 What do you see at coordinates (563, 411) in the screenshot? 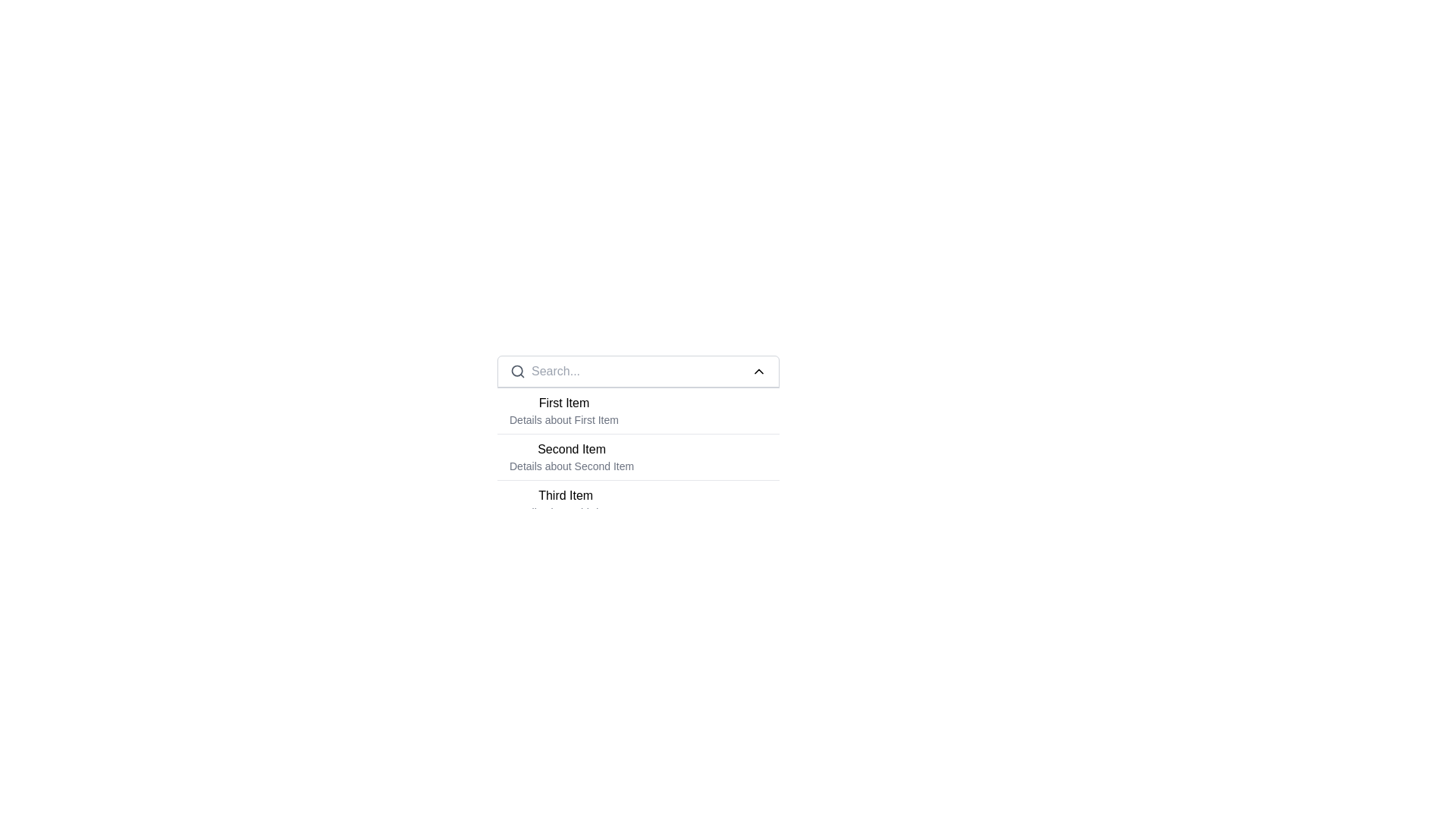
I see `on the first list item displaying 'First Item' and 'Details about First Item'` at bounding box center [563, 411].